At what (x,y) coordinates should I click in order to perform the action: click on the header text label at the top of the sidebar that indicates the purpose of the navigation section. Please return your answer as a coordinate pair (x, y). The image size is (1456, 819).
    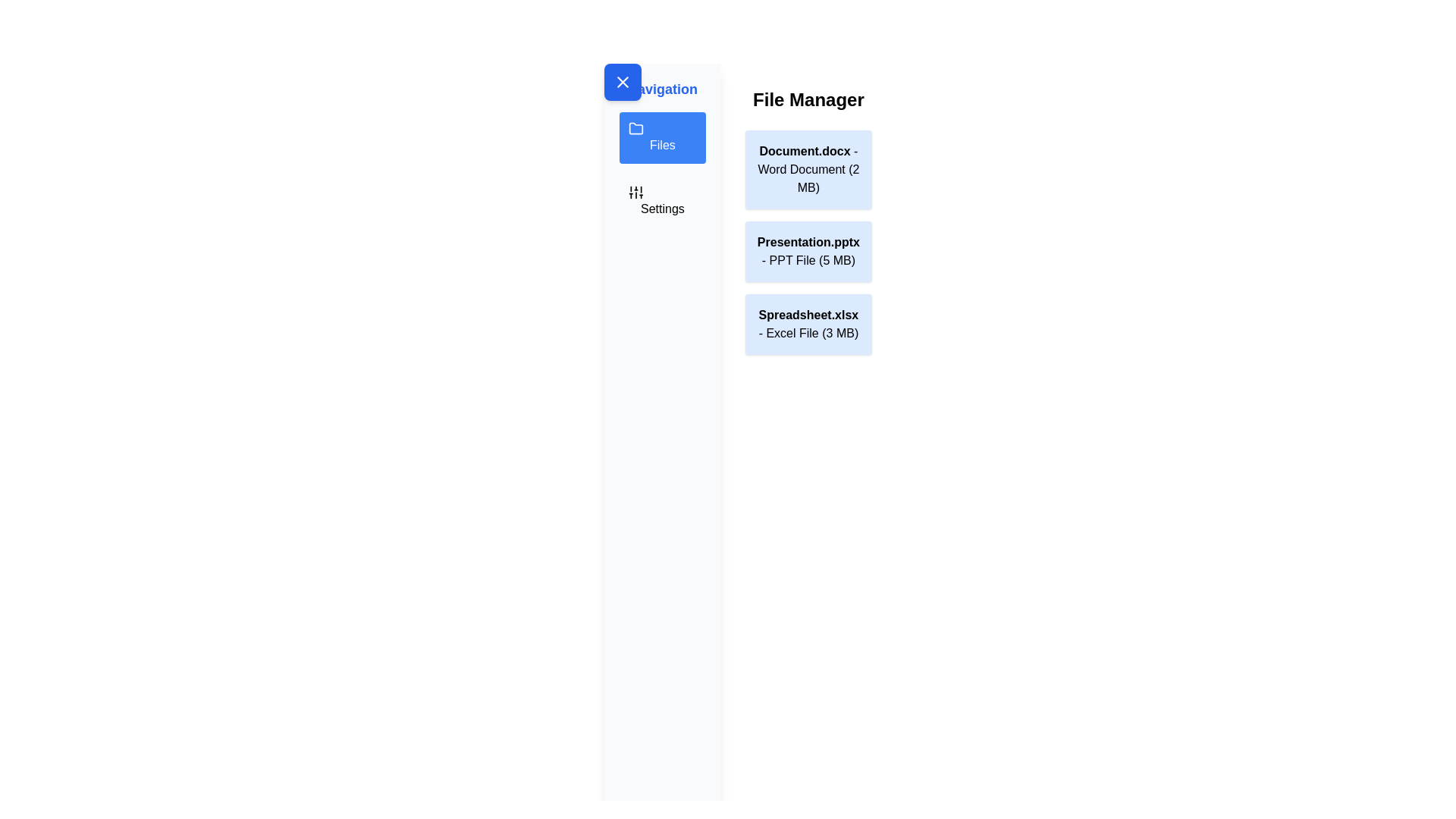
    Looking at the image, I should click on (662, 89).